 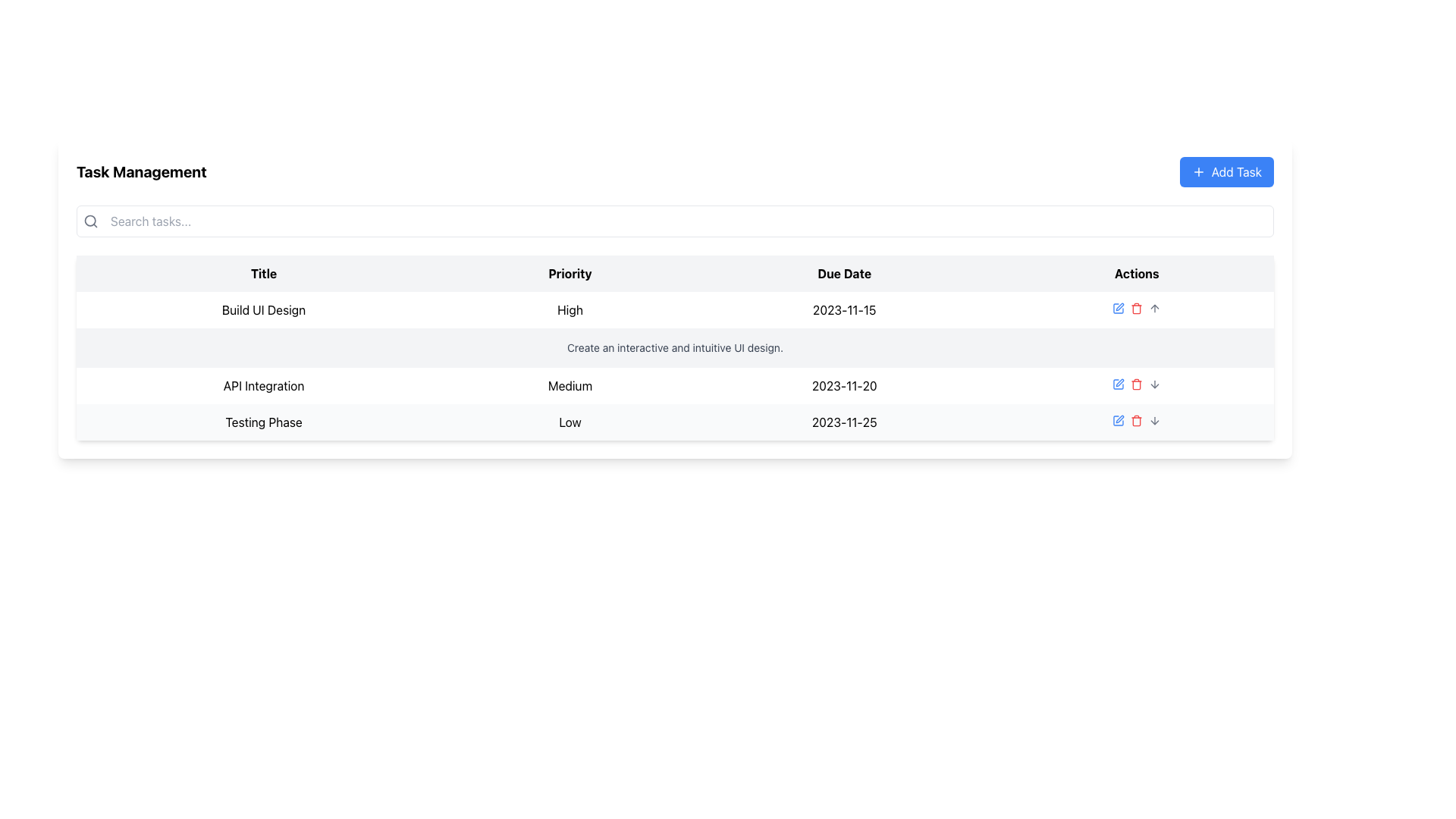 What do you see at coordinates (1236, 171) in the screenshot?
I see `text label that indicates the function of the 'Add Task' button located in the top-right corner of the layout` at bounding box center [1236, 171].